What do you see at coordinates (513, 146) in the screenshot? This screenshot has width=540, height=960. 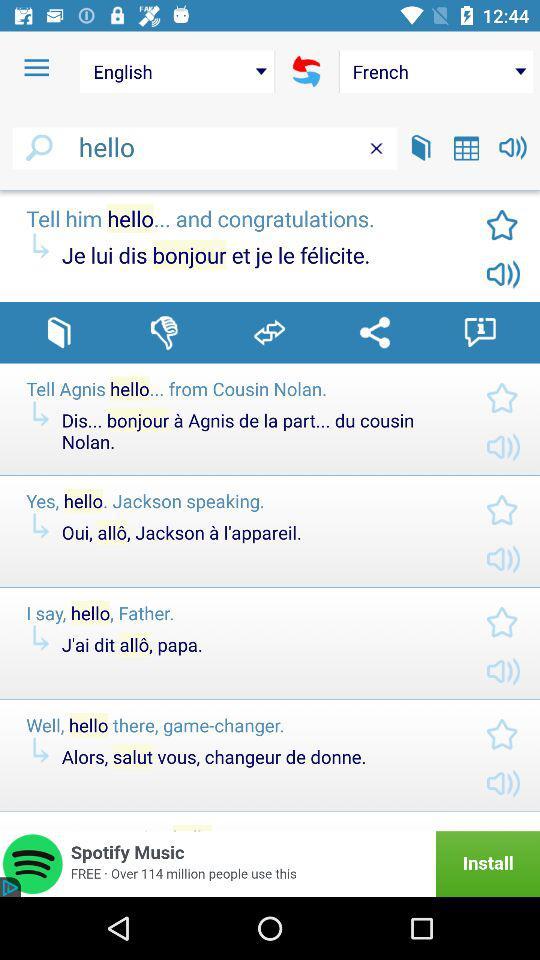 I see `adjust volume` at bounding box center [513, 146].